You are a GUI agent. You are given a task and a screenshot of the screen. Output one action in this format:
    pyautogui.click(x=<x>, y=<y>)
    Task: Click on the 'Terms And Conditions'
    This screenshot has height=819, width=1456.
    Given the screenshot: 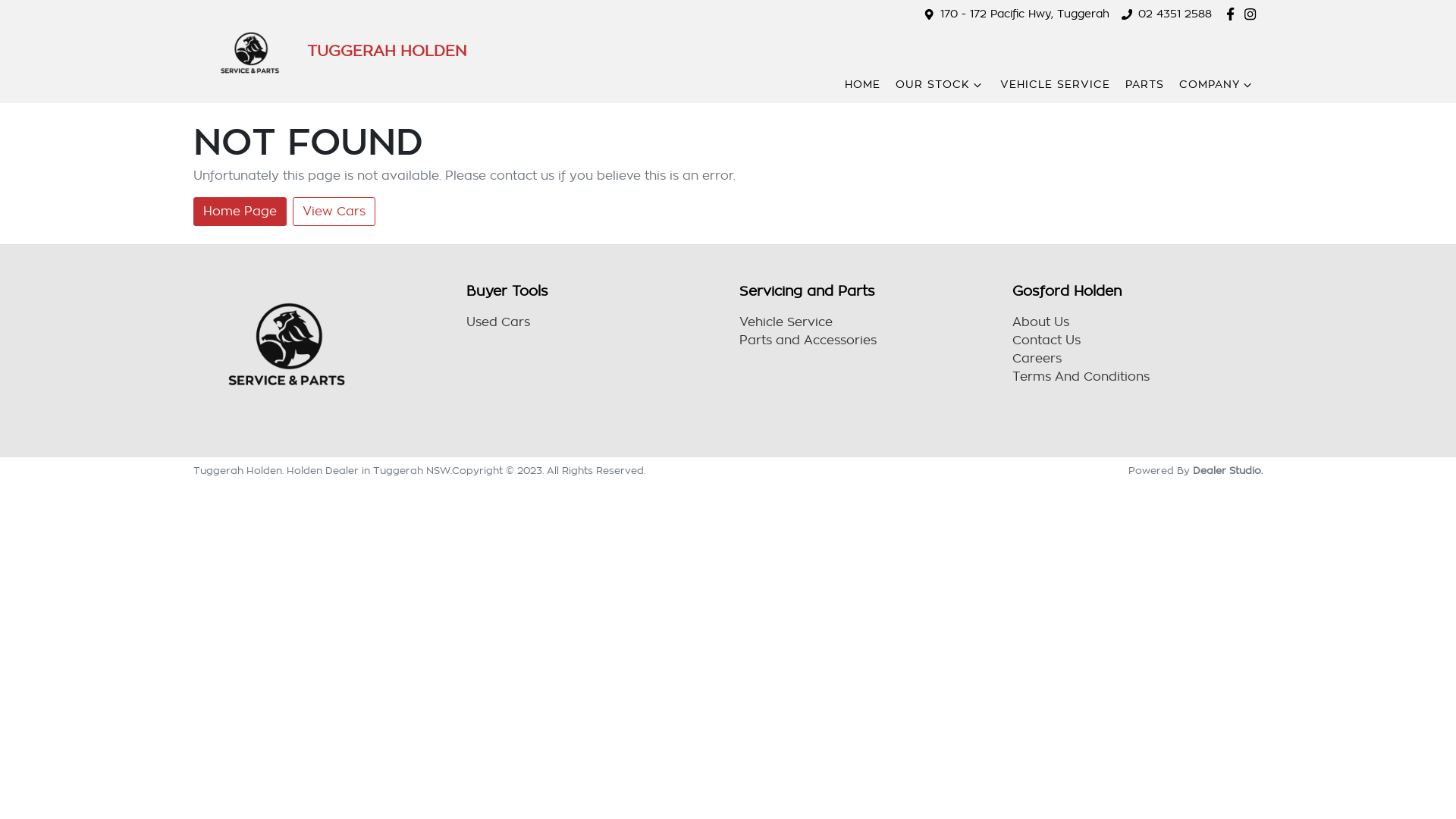 What is the action you would take?
    pyautogui.click(x=1080, y=376)
    